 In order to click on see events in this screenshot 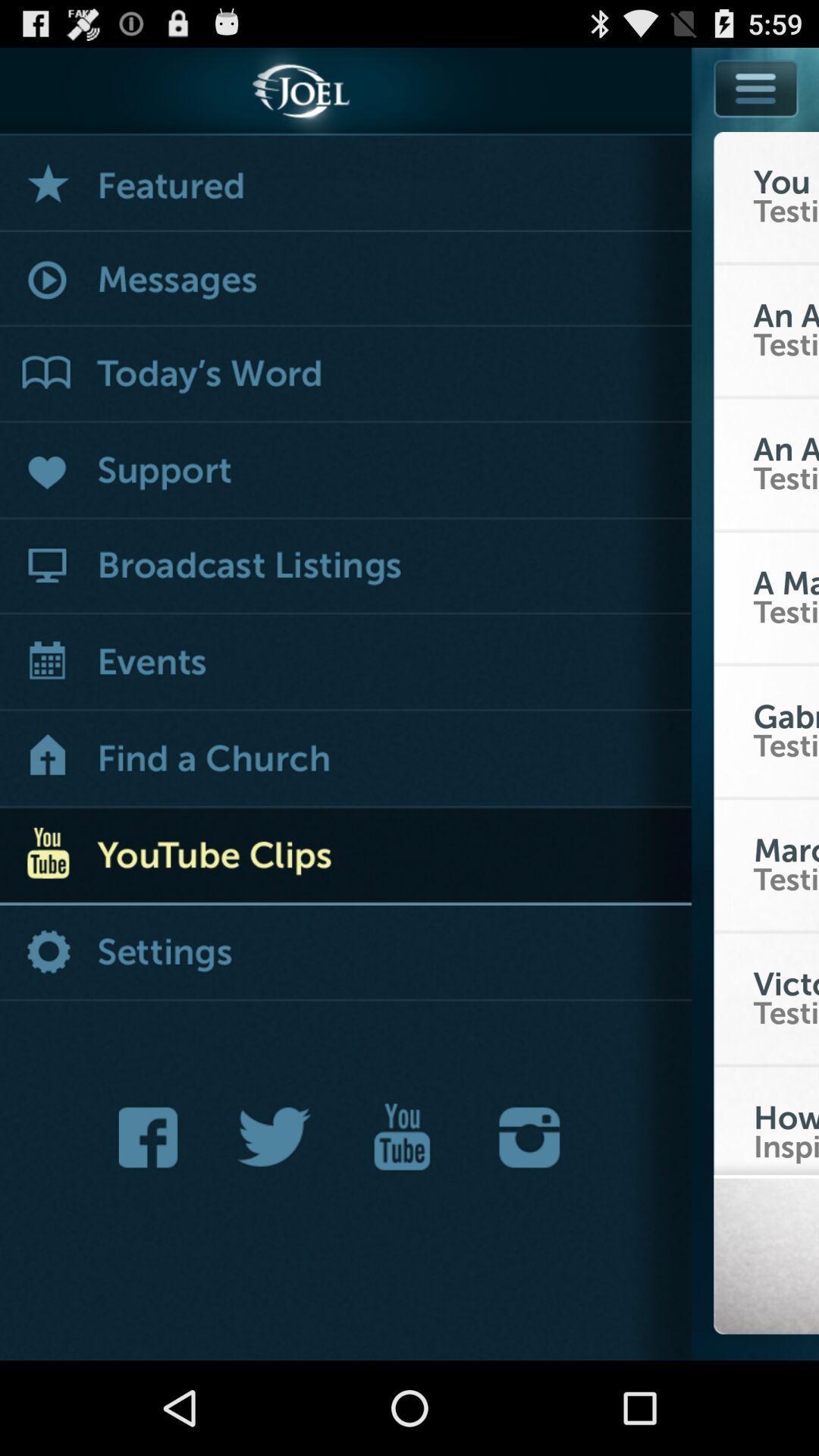, I will do `click(345, 664)`.